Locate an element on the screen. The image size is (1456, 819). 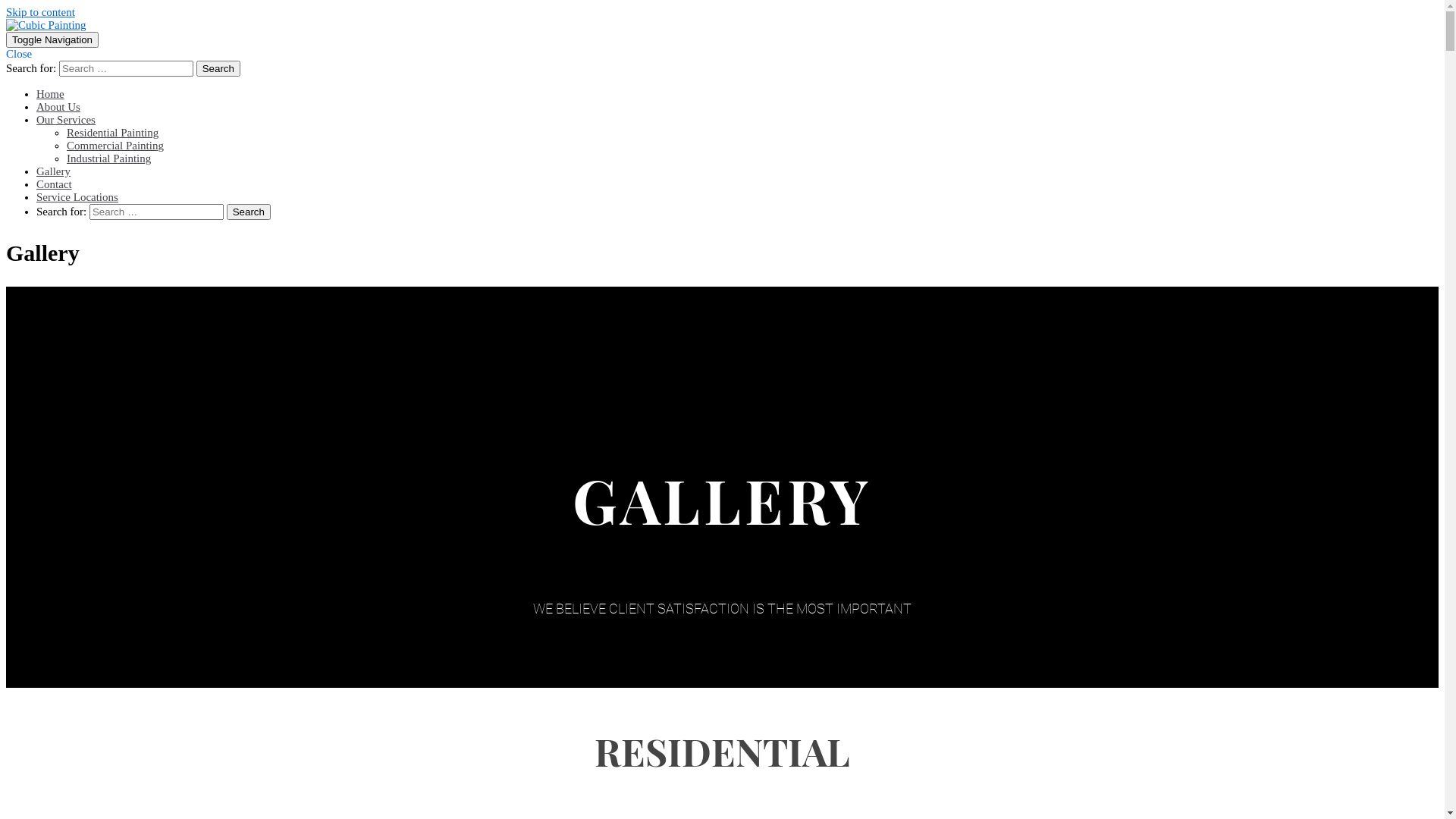
'Industrial Painting' is located at coordinates (108, 158).